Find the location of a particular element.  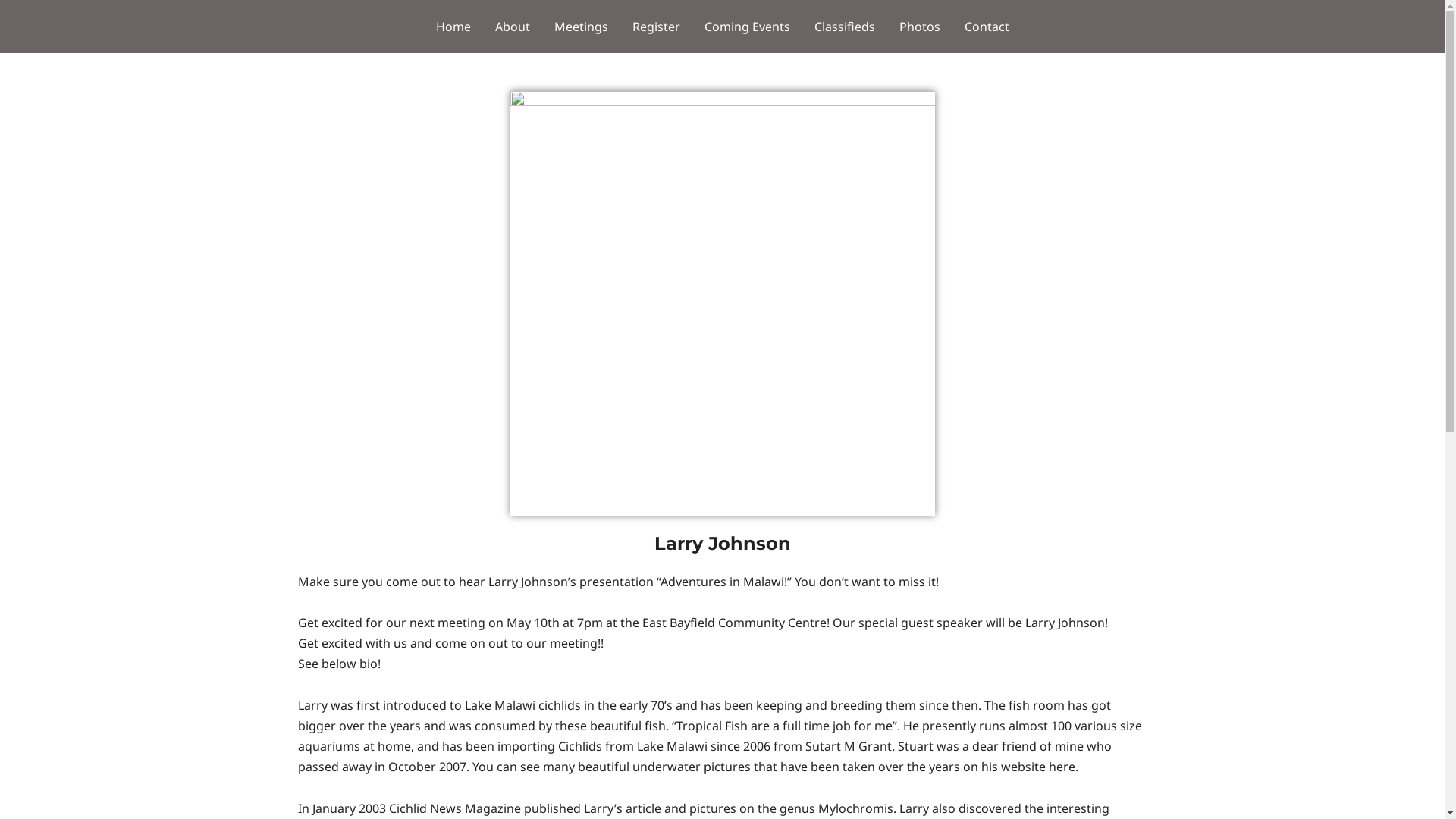

'Classifieds' is located at coordinates (801, 26).